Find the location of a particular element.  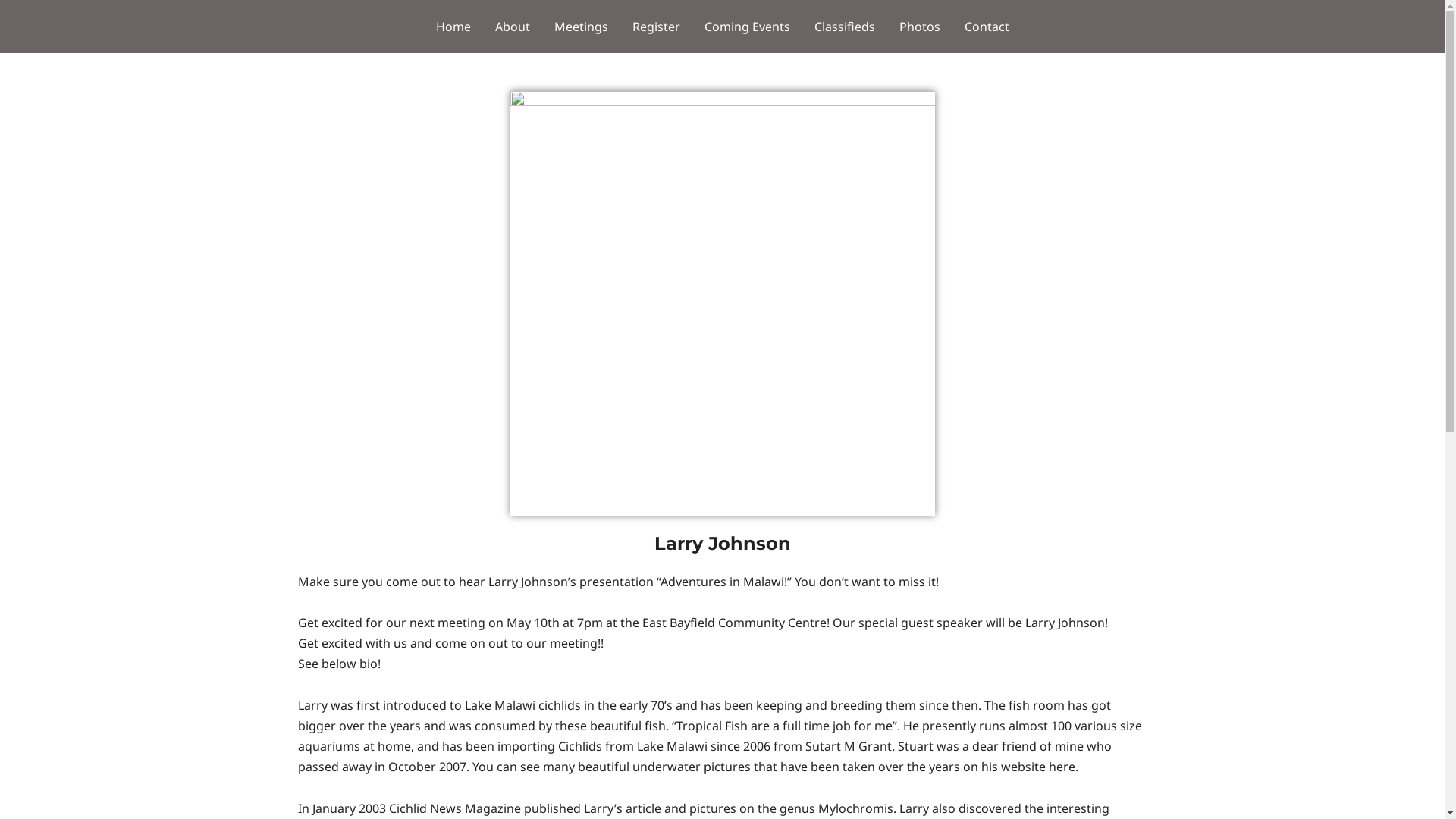

'Classifieds' is located at coordinates (801, 26).